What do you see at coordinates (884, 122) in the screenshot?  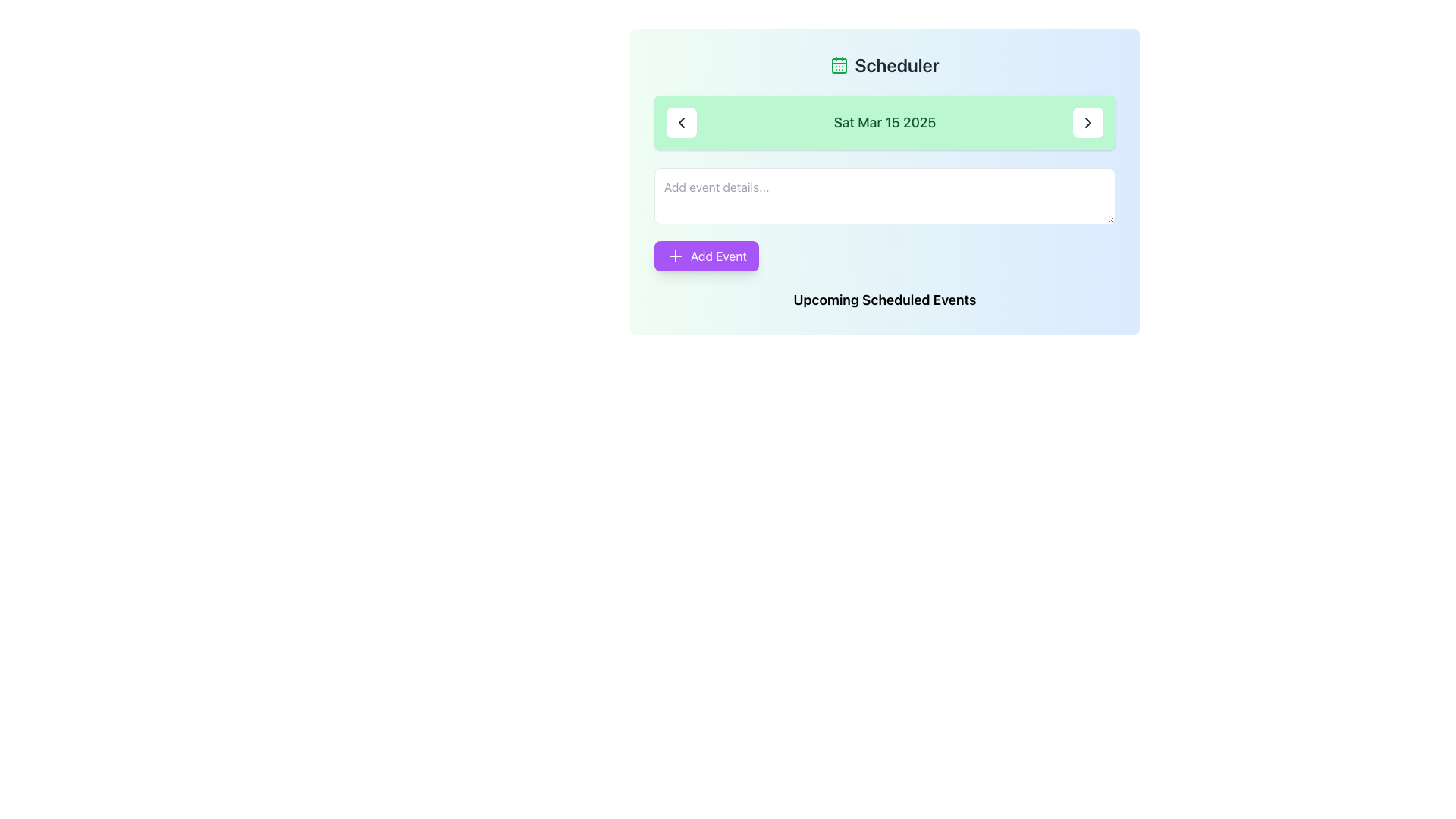 I see `the Static Text Display element that shows the date March 15, 2025, which is located in the horizontal center of the green rectangular strip in the scheduler interface` at bounding box center [884, 122].